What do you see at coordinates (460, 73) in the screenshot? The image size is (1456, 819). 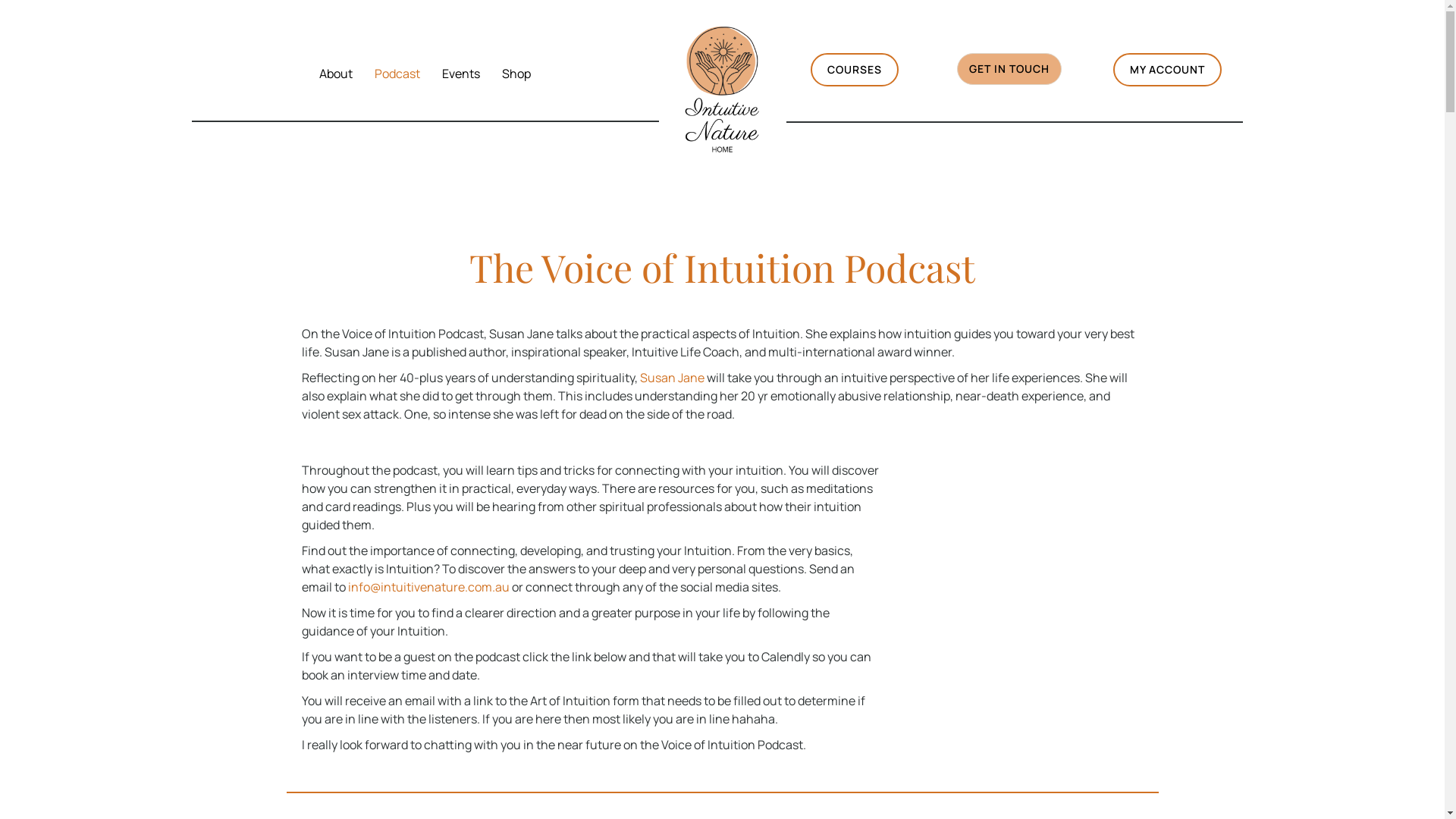 I see `'Events'` at bounding box center [460, 73].